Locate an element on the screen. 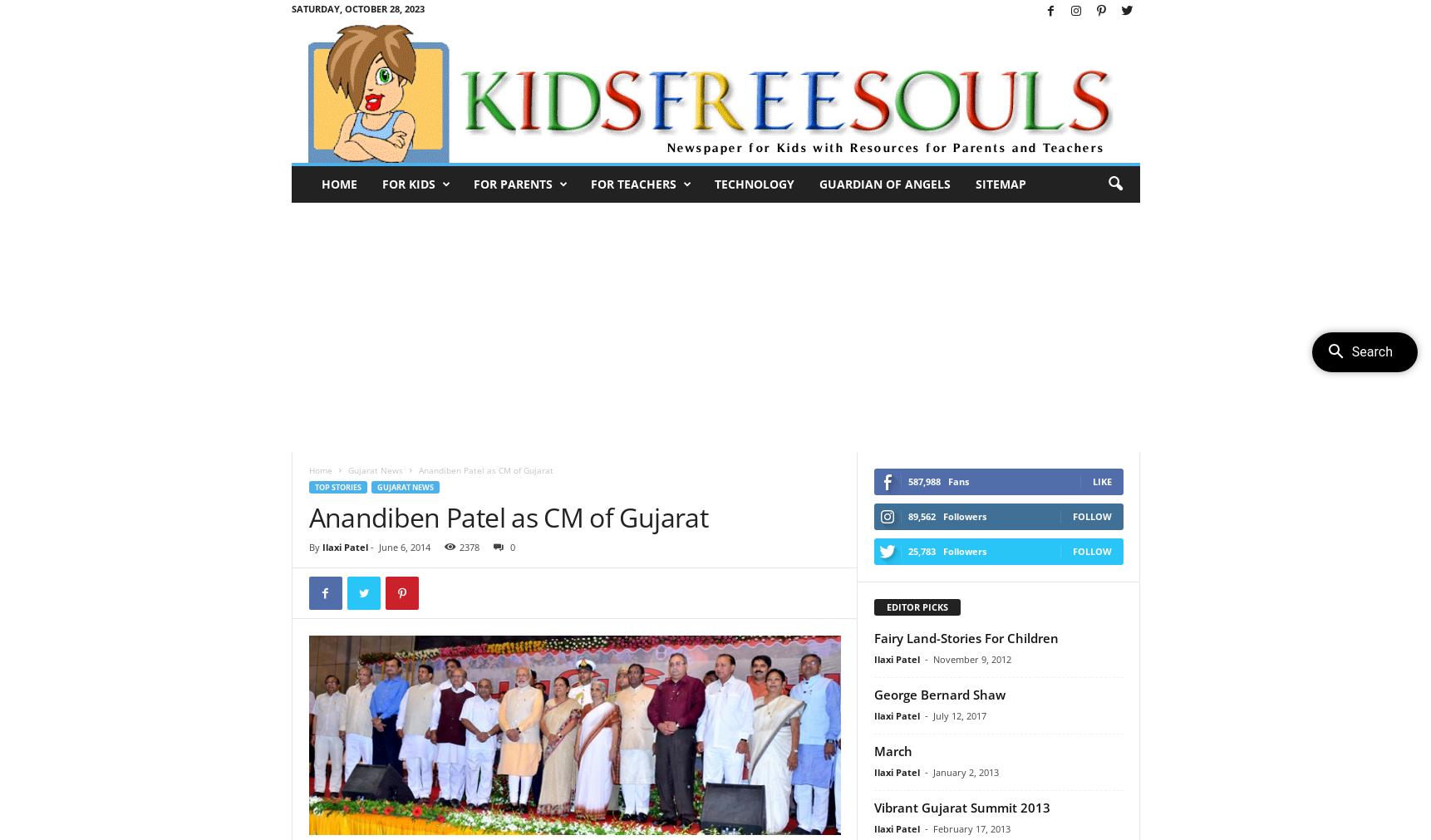 This screenshot has width=1431, height=840. 'Fans' is located at coordinates (957, 481).